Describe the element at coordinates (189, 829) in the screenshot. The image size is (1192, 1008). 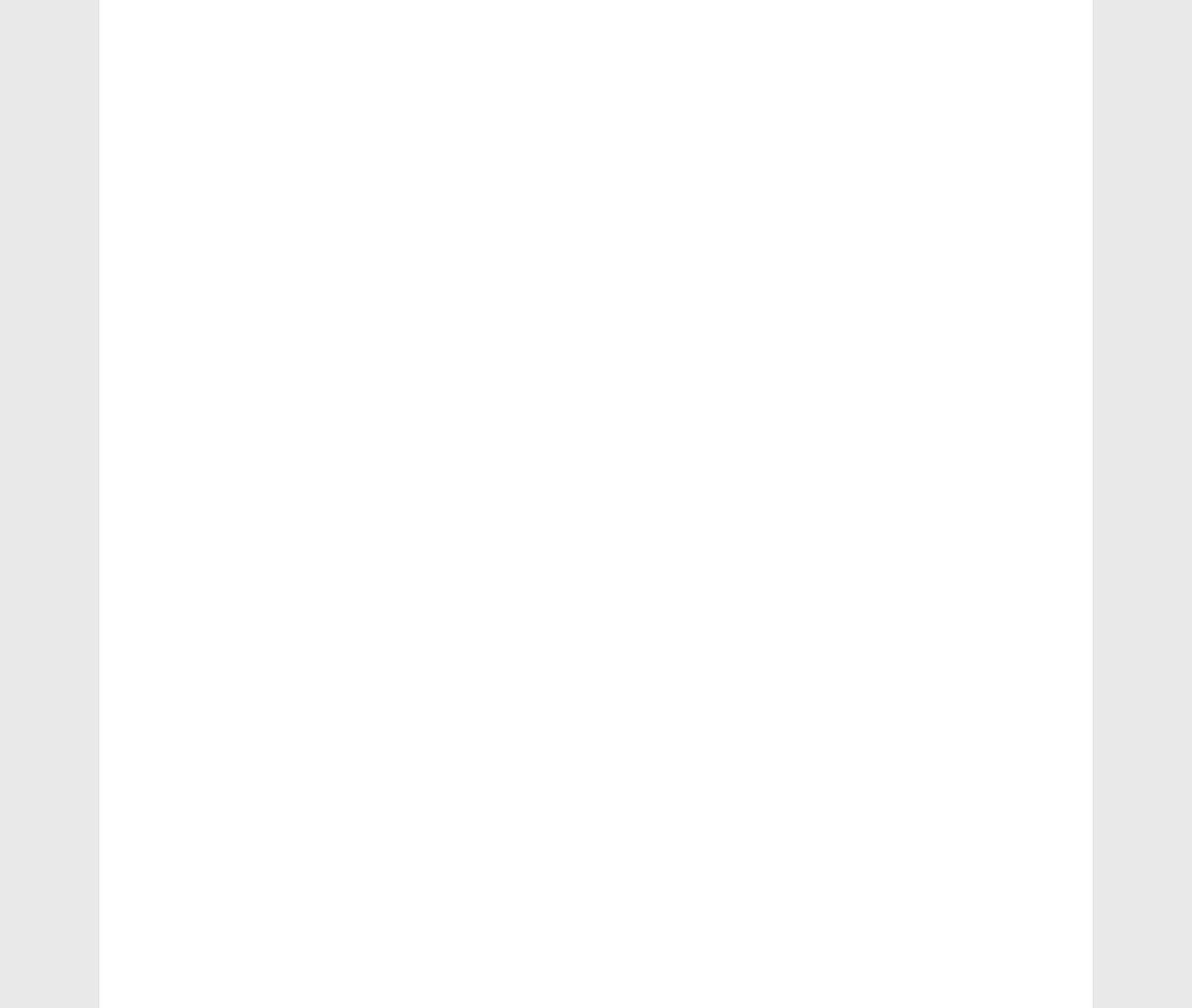
I see `'Web design'` at that location.